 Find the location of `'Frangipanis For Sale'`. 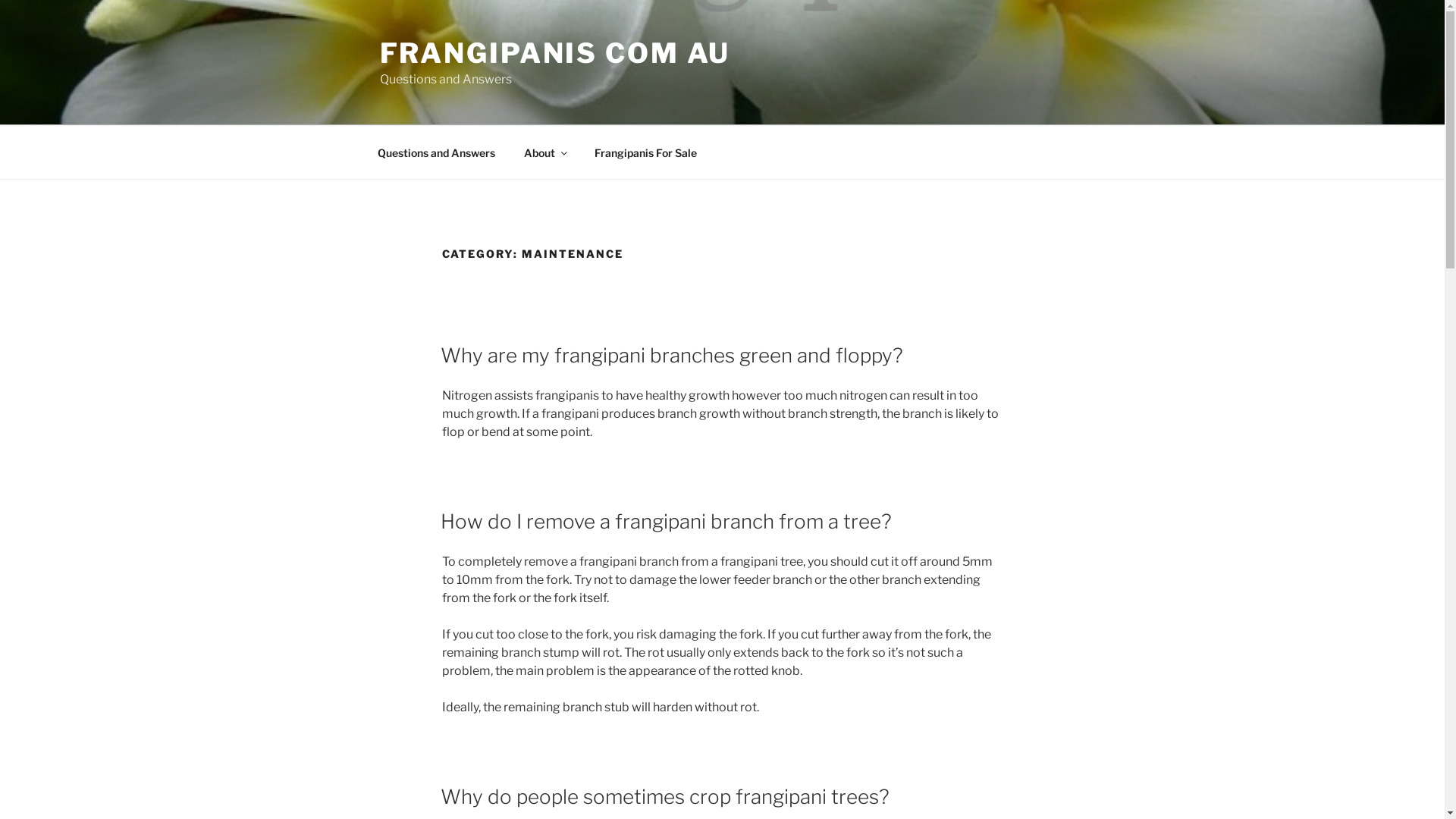

'Frangipanis For Sale' is located at coordinates (580, 152).